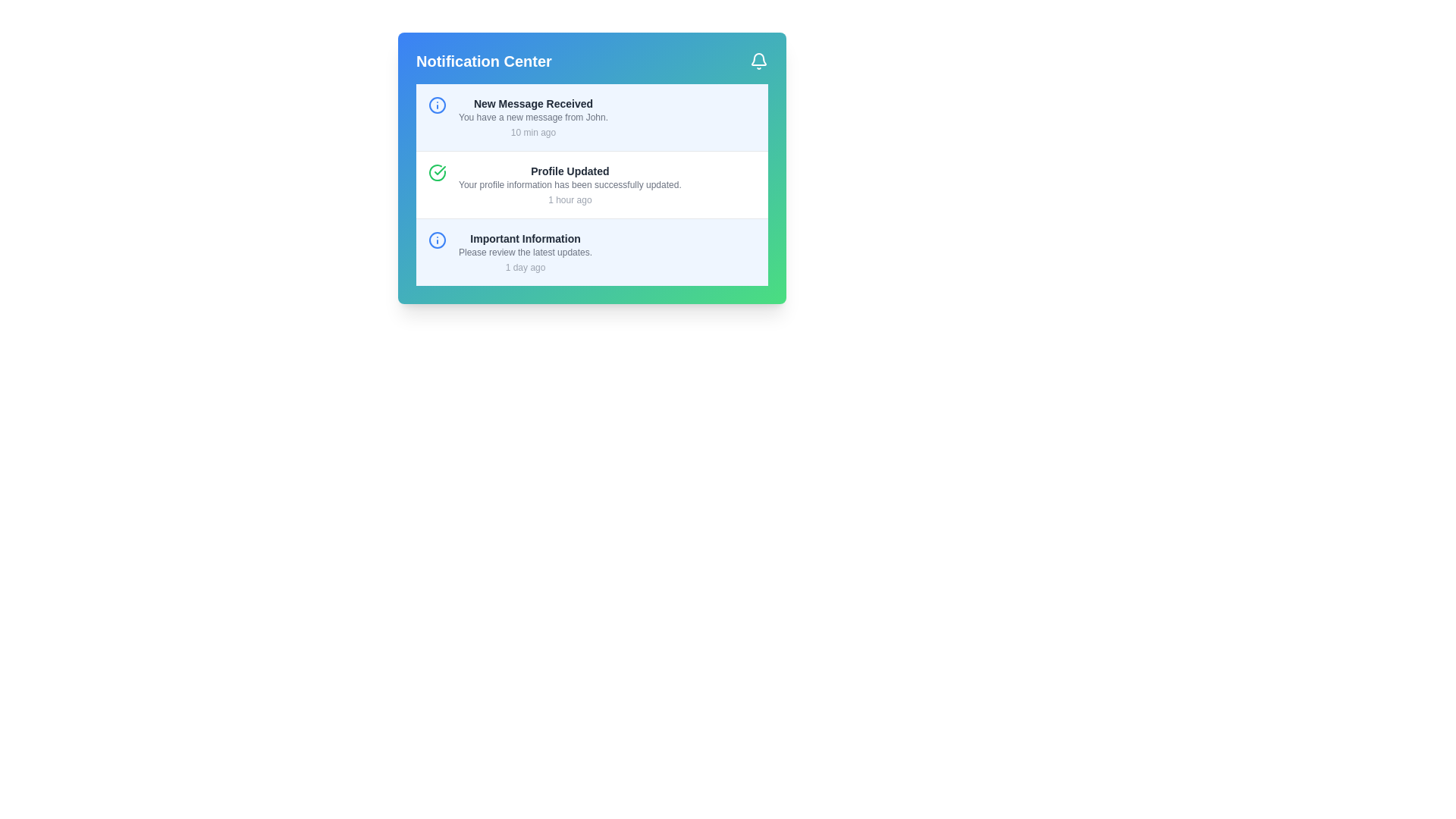  I want to click on the text label that displays 'You have a new message from John.' located beneath the title 'New Message Received' in the notification card, so click(533, 116).